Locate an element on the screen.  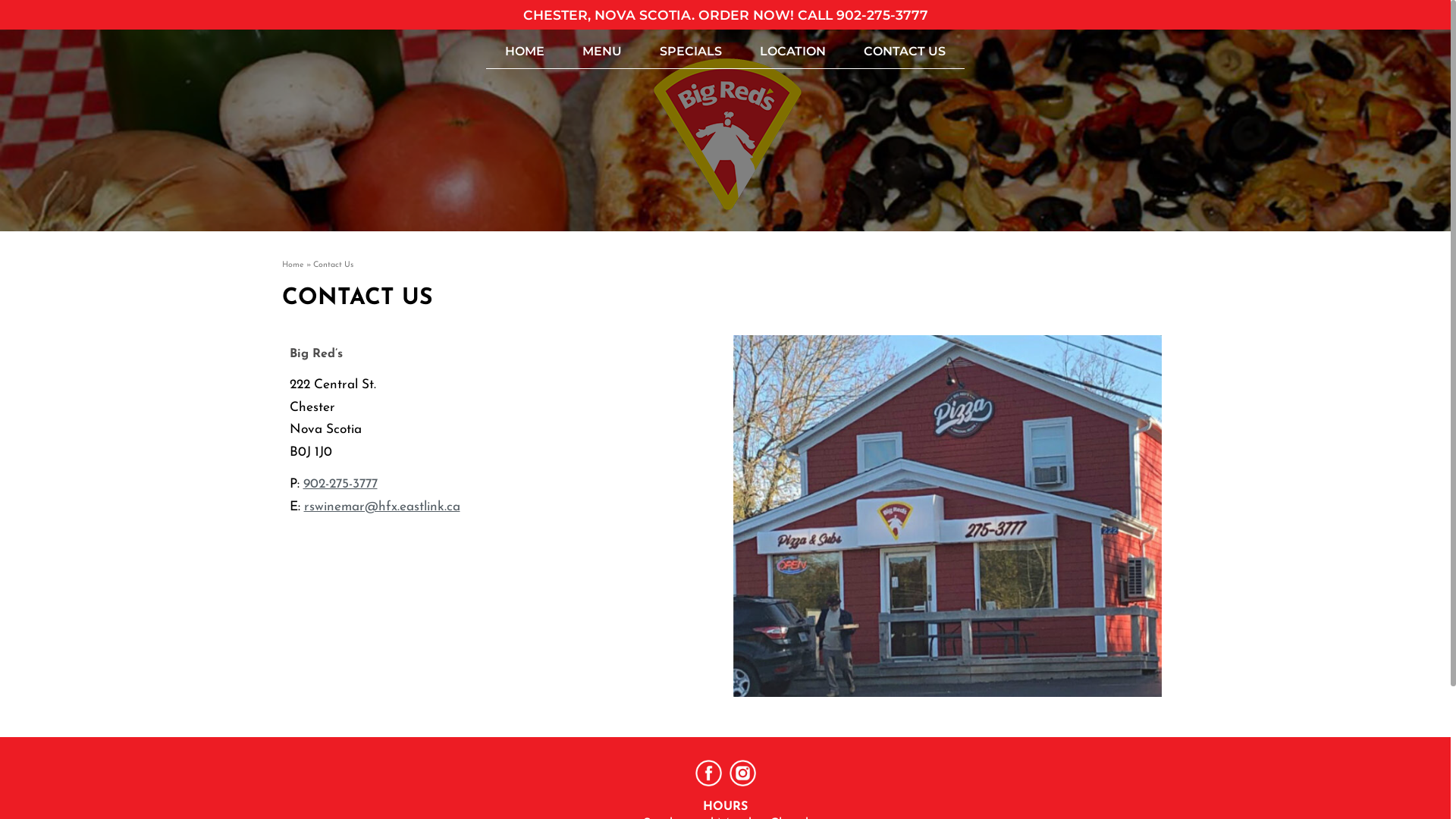
'Home' is located at coordinates (293, 264).